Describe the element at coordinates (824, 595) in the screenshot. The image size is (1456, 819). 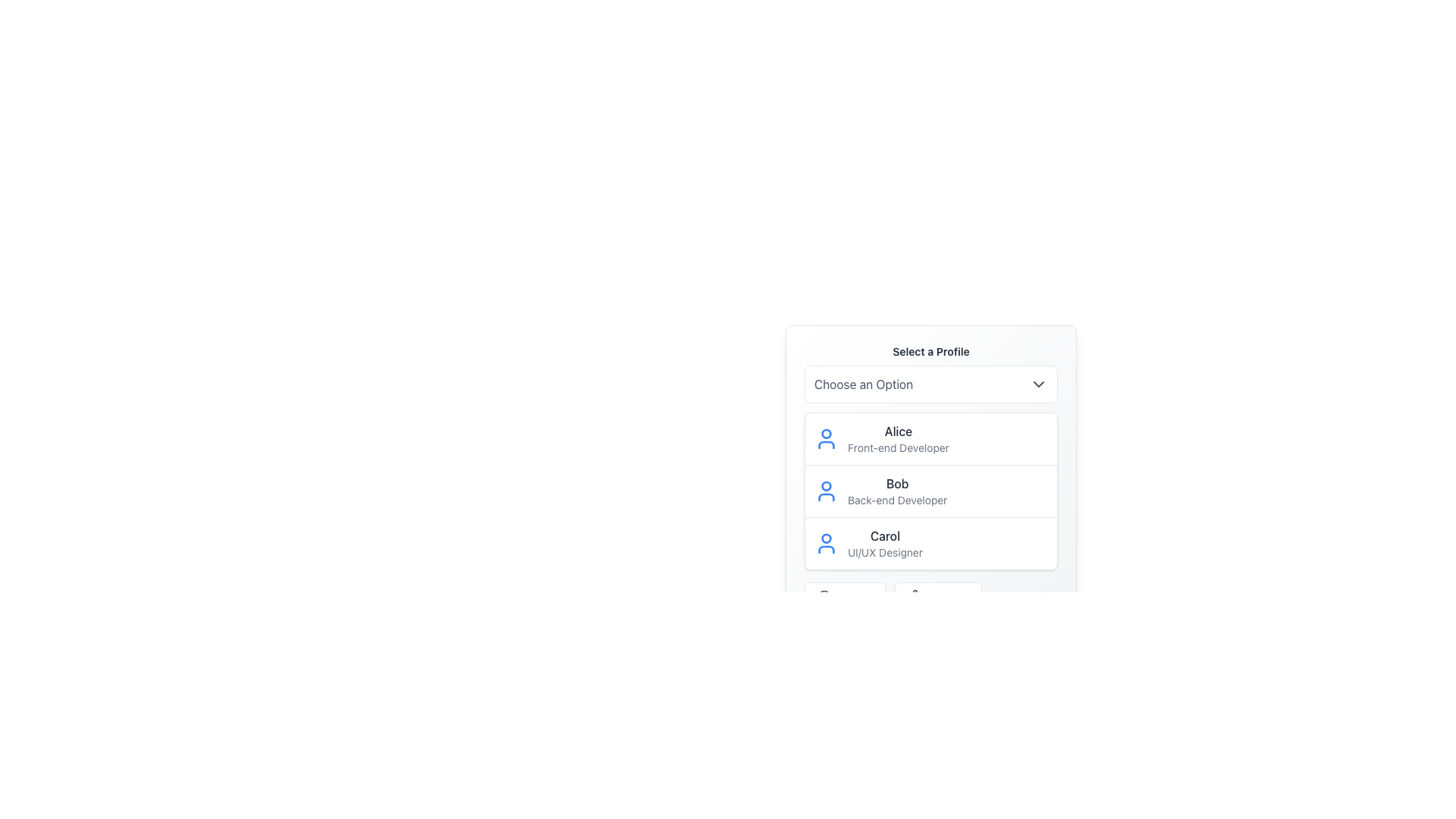
I see `the circular graphic element located in the bottom-left corner of the interface, which is part of a larger SVG graphic and likely associated with search functionality` at that location.